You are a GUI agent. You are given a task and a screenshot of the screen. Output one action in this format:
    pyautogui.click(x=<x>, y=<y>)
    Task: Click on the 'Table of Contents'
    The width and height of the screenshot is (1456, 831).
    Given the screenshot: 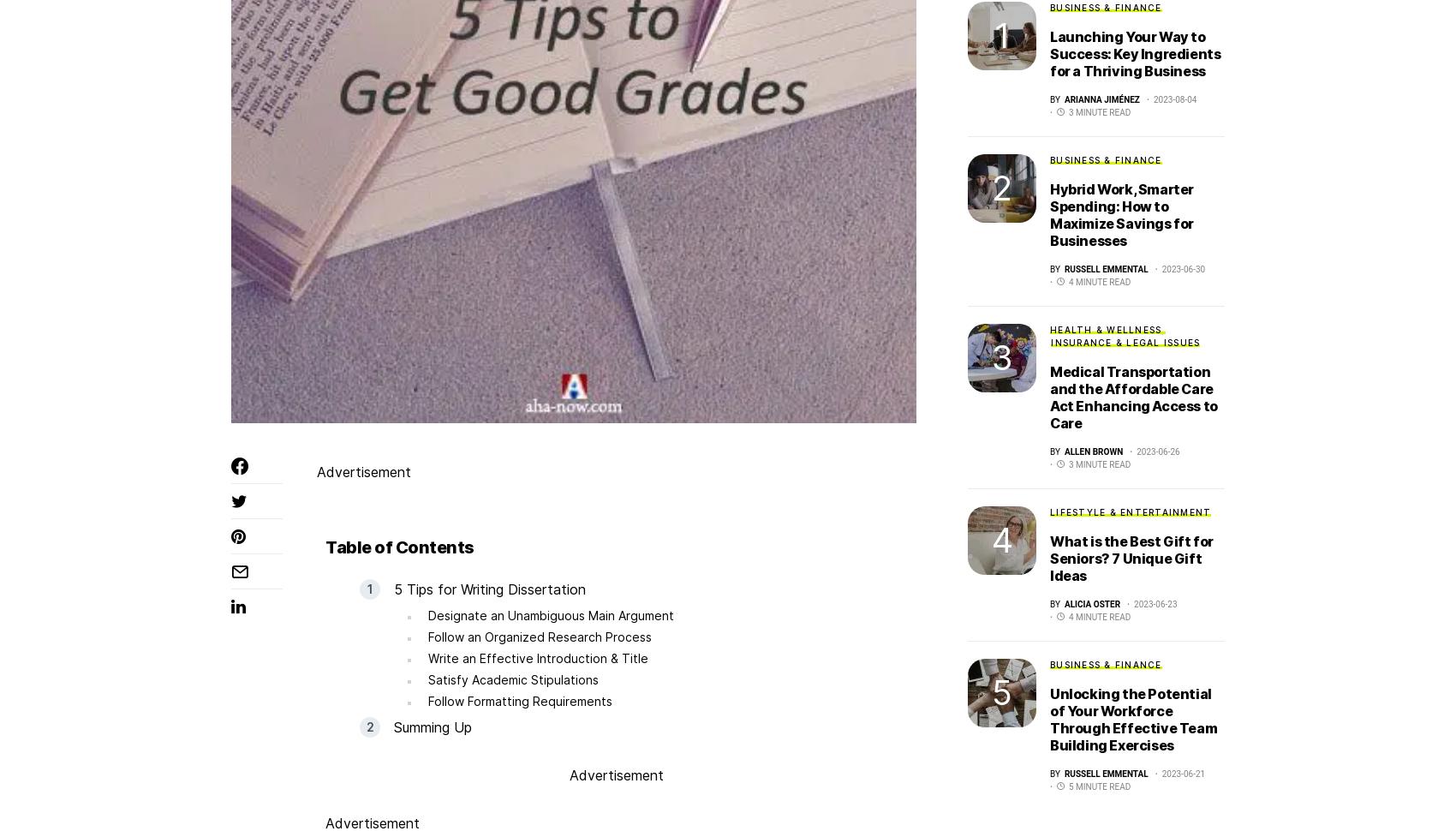 What is the action you would take?
    pyautogui.click(x=399, y=547)
    